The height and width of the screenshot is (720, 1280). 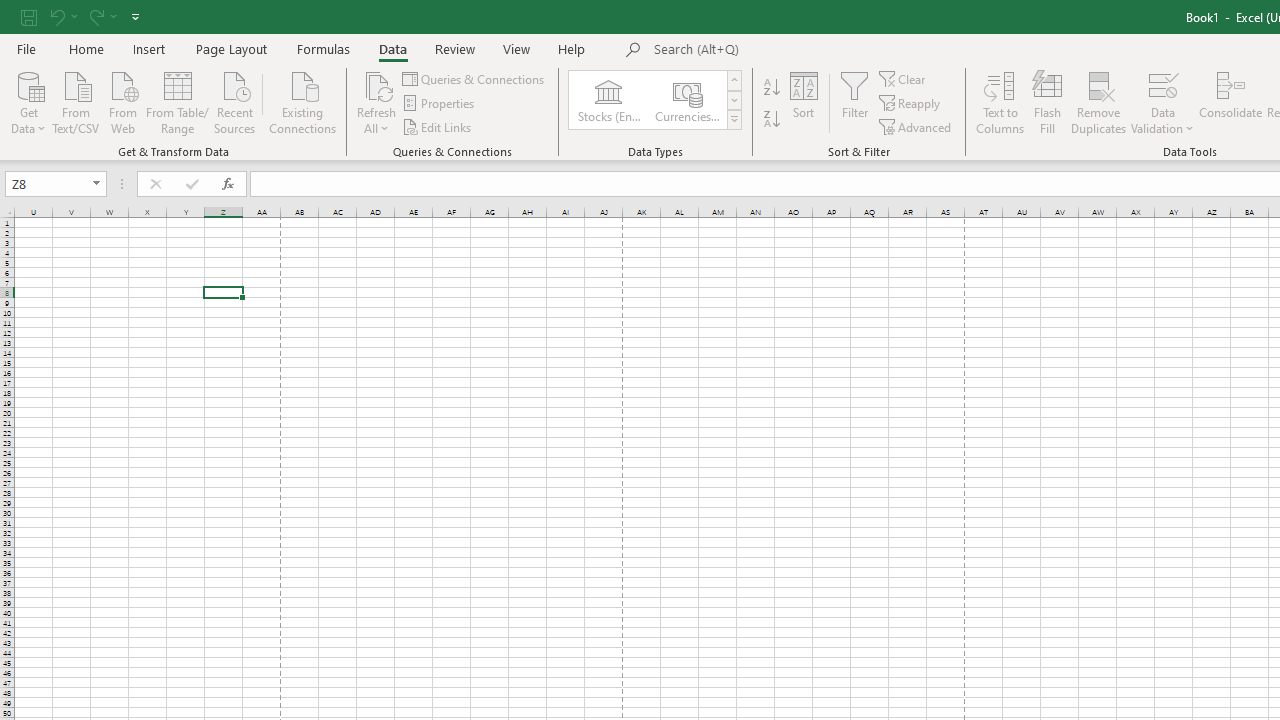 I want to click on 'Recent Sources', so click(x=235, y=101).